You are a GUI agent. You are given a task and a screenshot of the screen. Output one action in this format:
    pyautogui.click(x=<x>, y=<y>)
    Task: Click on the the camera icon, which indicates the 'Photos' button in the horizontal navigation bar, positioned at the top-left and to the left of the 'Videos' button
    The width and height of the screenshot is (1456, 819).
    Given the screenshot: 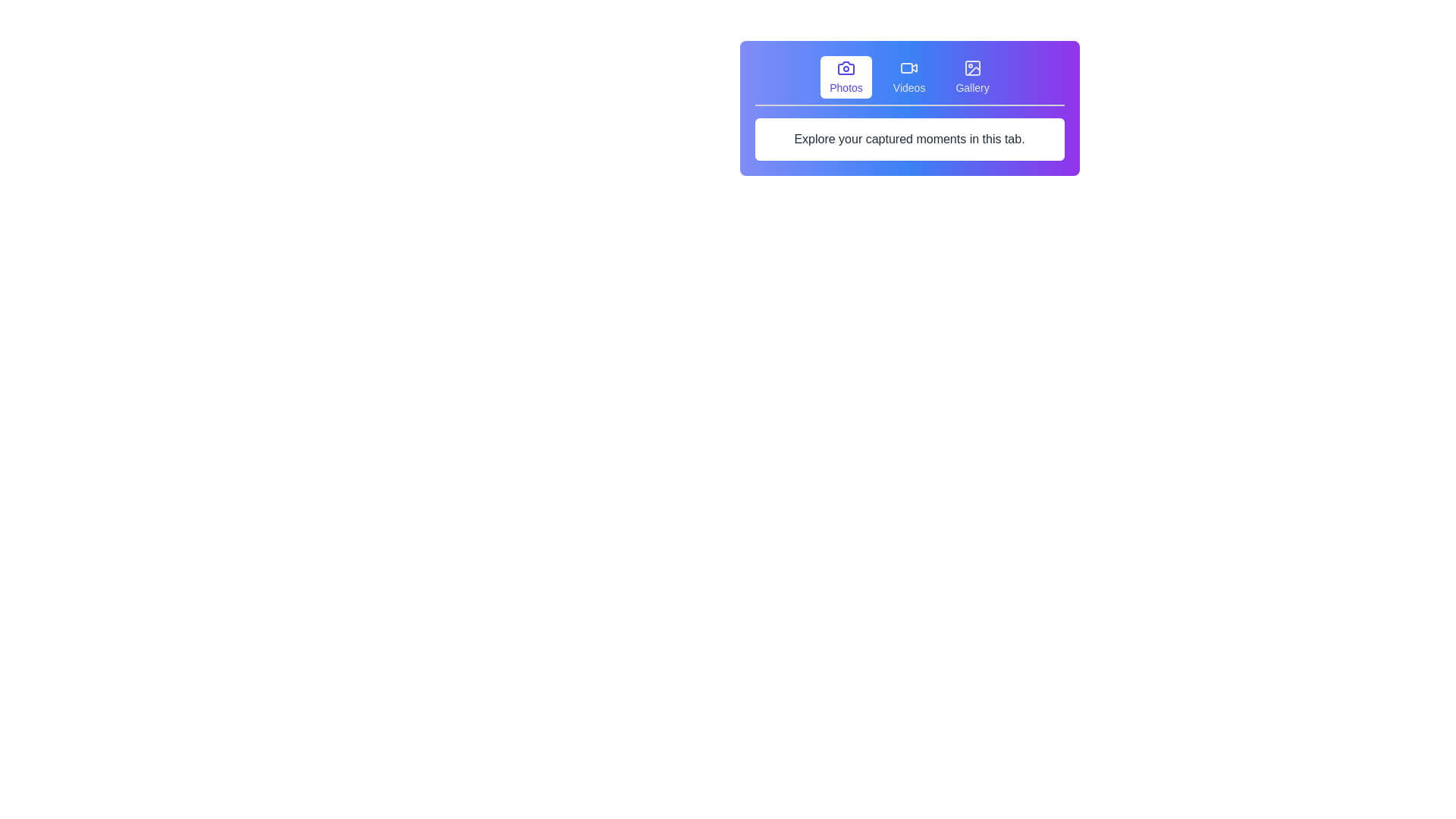 What is the action you would take?
    pyautogui.click(x=846, y=67)
    